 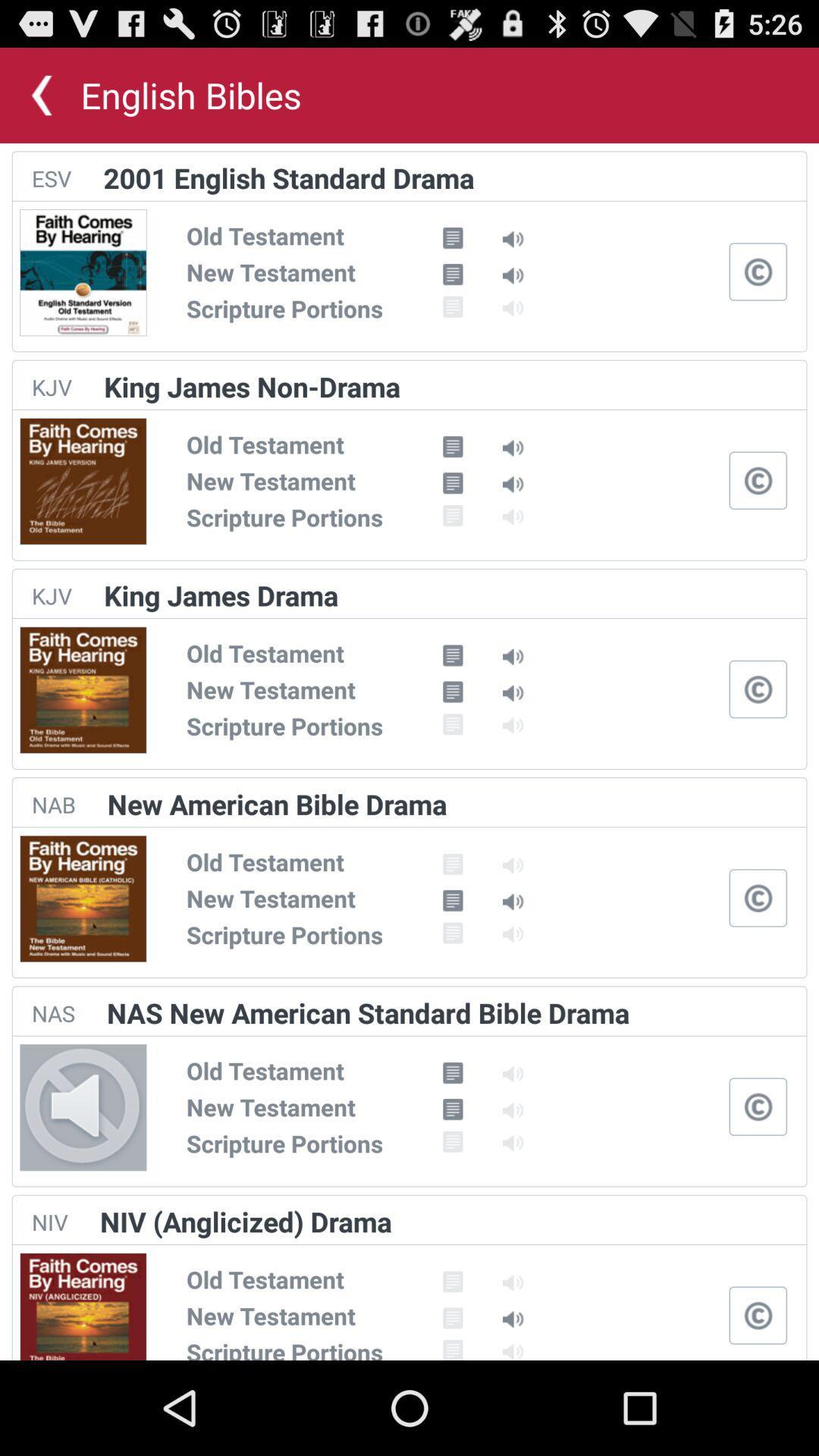 I want to click on the esv app, so click(x=51, y=178).